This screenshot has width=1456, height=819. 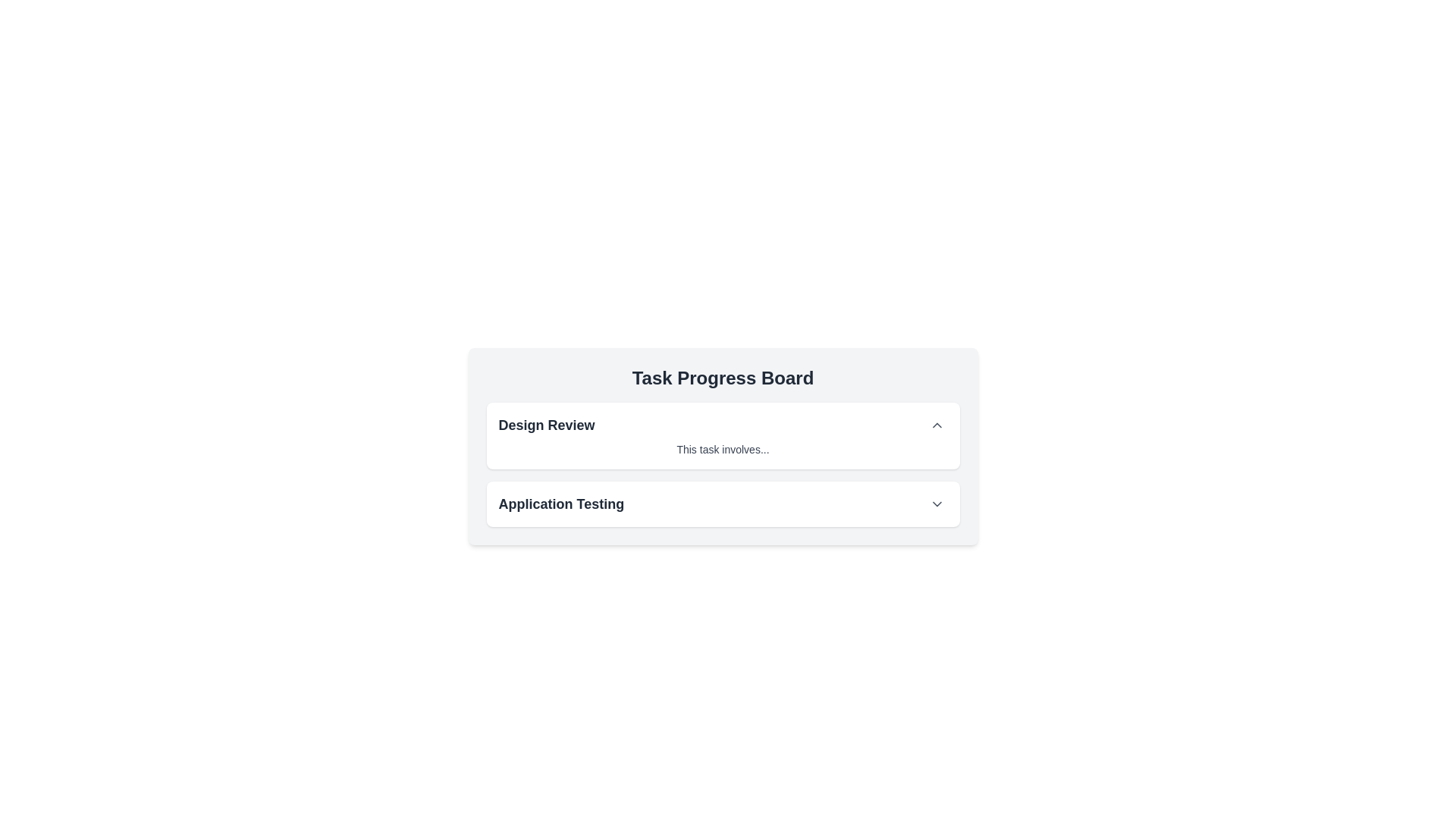 What do you see at coordinates (722, 449) in the screenshot?
I see `the text label that reads 'This task involves...', which is styled in smaller gray font and positioned immediately below the 'Design Review' heading` at bounding box center [722, 449].